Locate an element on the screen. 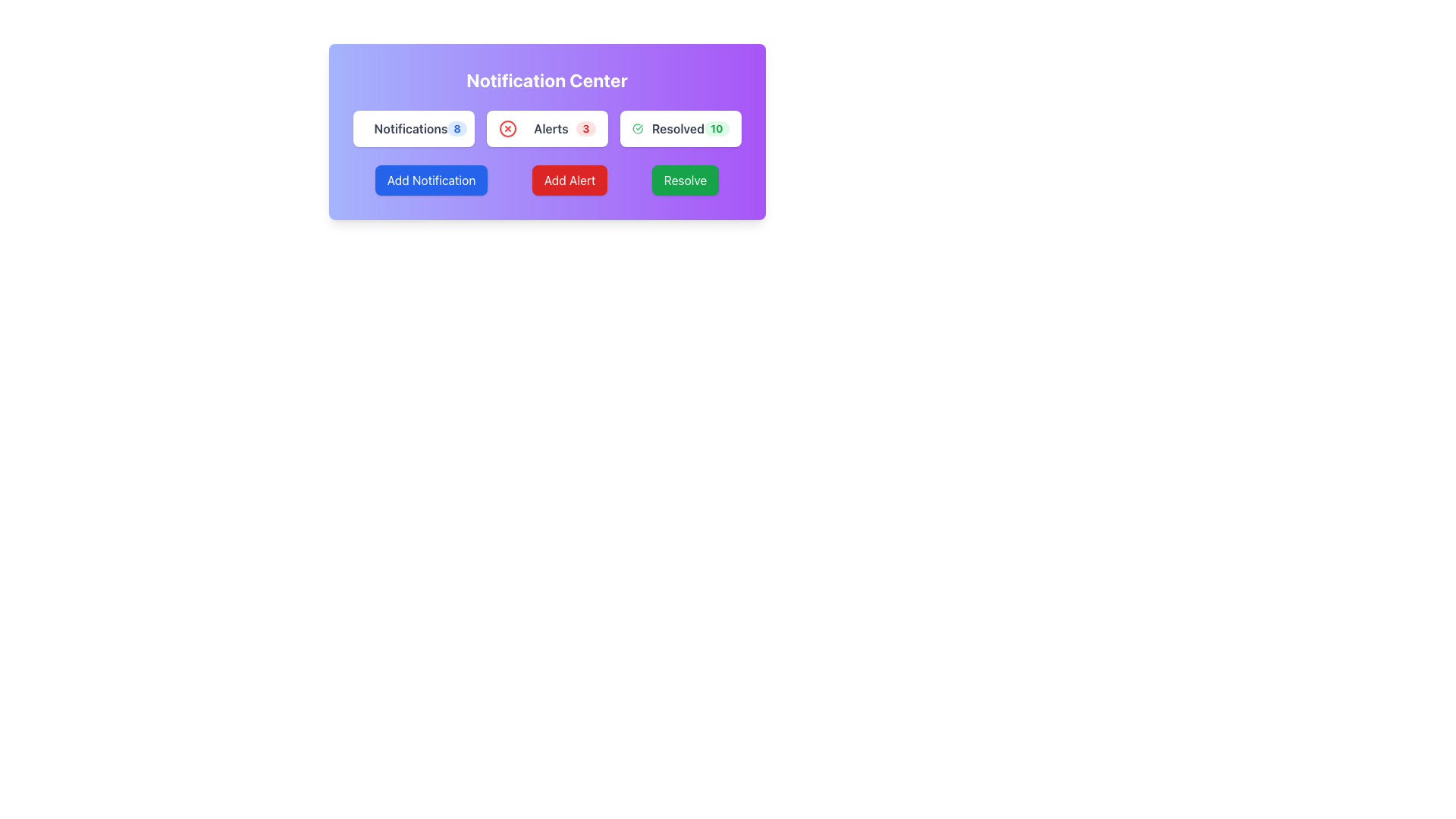  text label for the 'Notifications' group located at the center of the white background section of the 'Notifications' button-style group is located at coordinates (410, 127).